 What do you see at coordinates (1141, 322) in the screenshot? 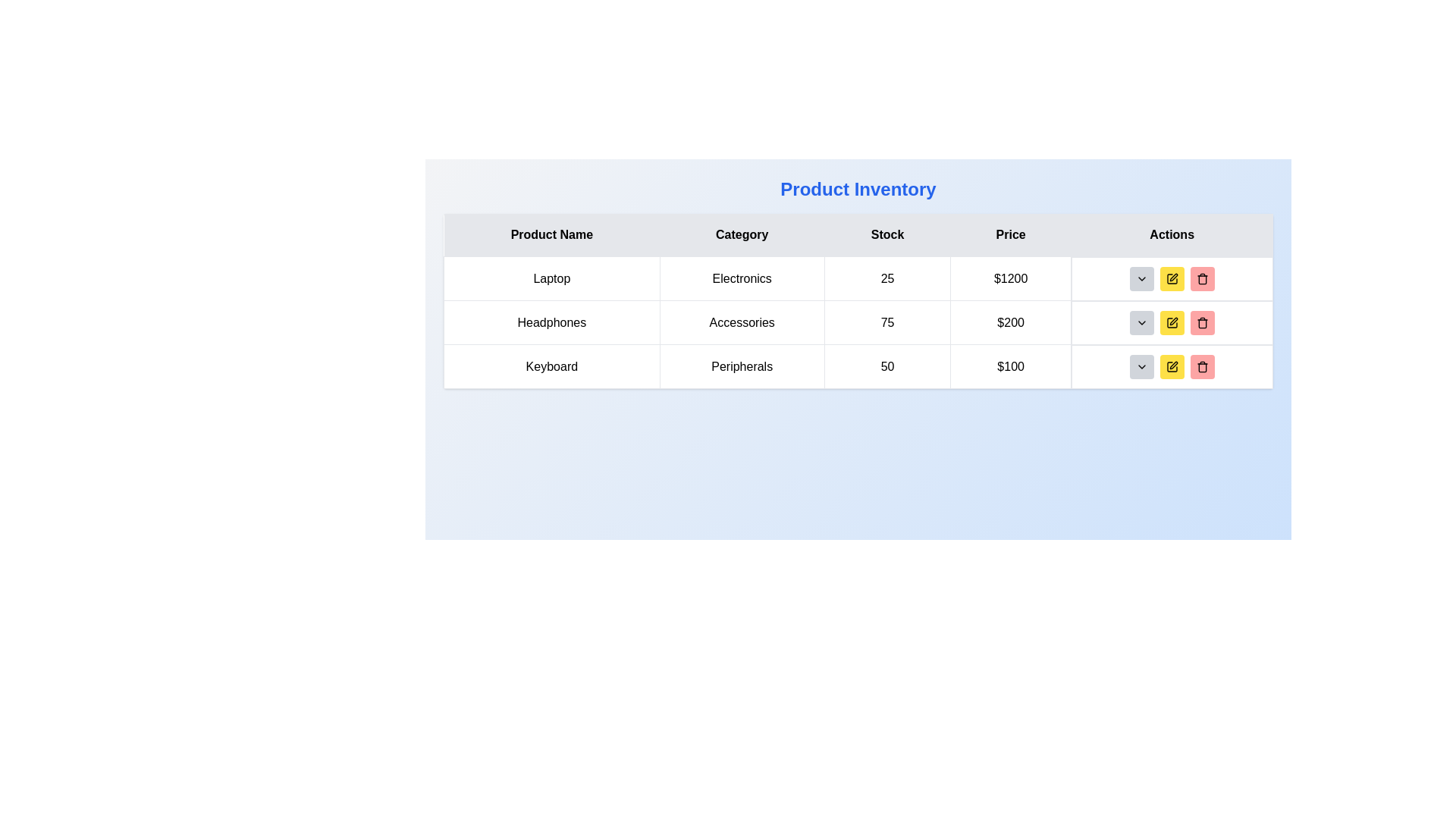
I see `the leftmost dropdown trigger button in the Actions column of the second row for the Headphones product` at bounding box center [1141, 322].